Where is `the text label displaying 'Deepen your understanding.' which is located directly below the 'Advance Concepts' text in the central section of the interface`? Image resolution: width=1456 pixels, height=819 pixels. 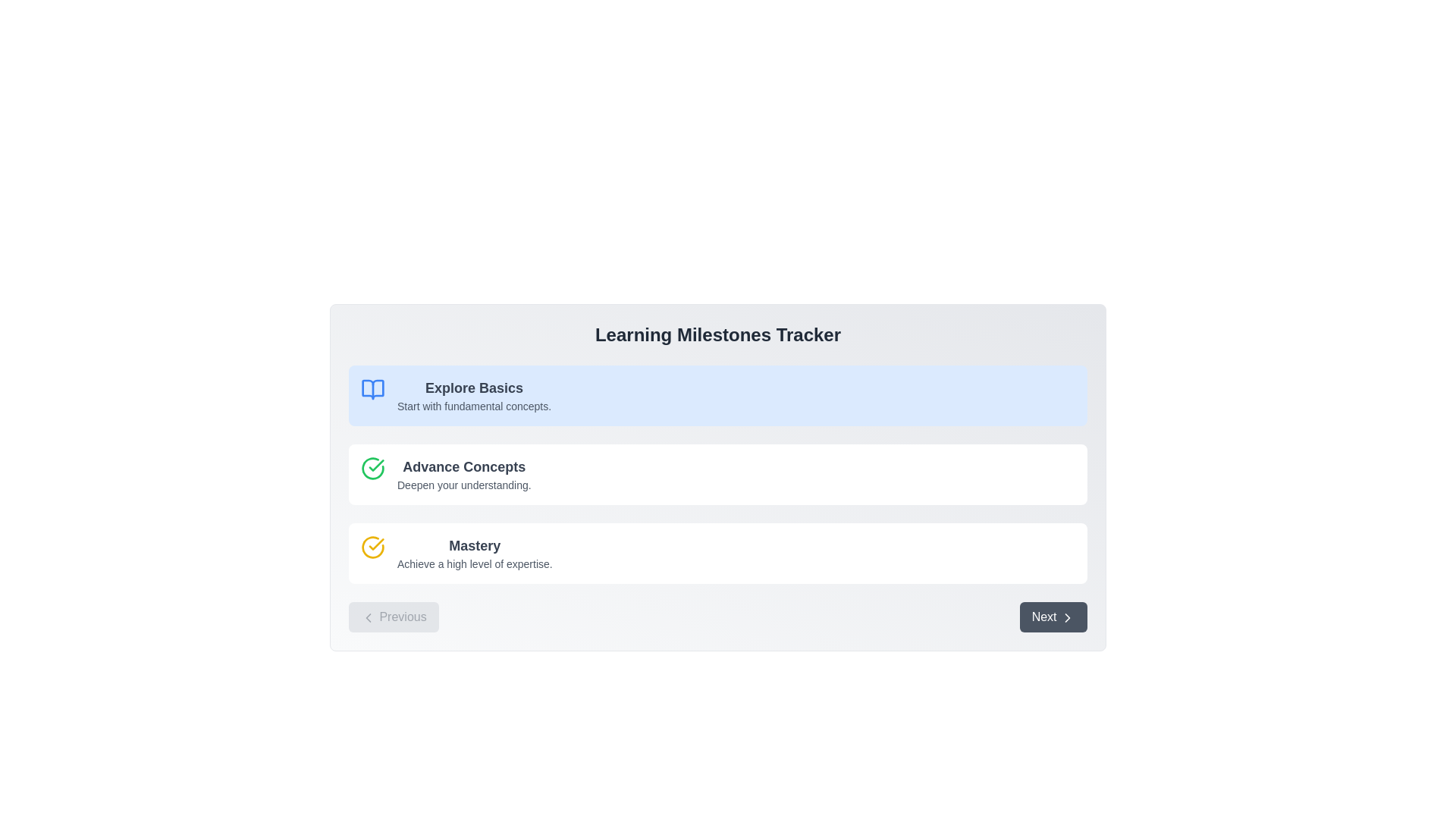 the text label displaying 'Deepen your understanding.' which is located directly below the 'Advance Concepts' text in the central section of the interface is located at coordinates (463, 485).